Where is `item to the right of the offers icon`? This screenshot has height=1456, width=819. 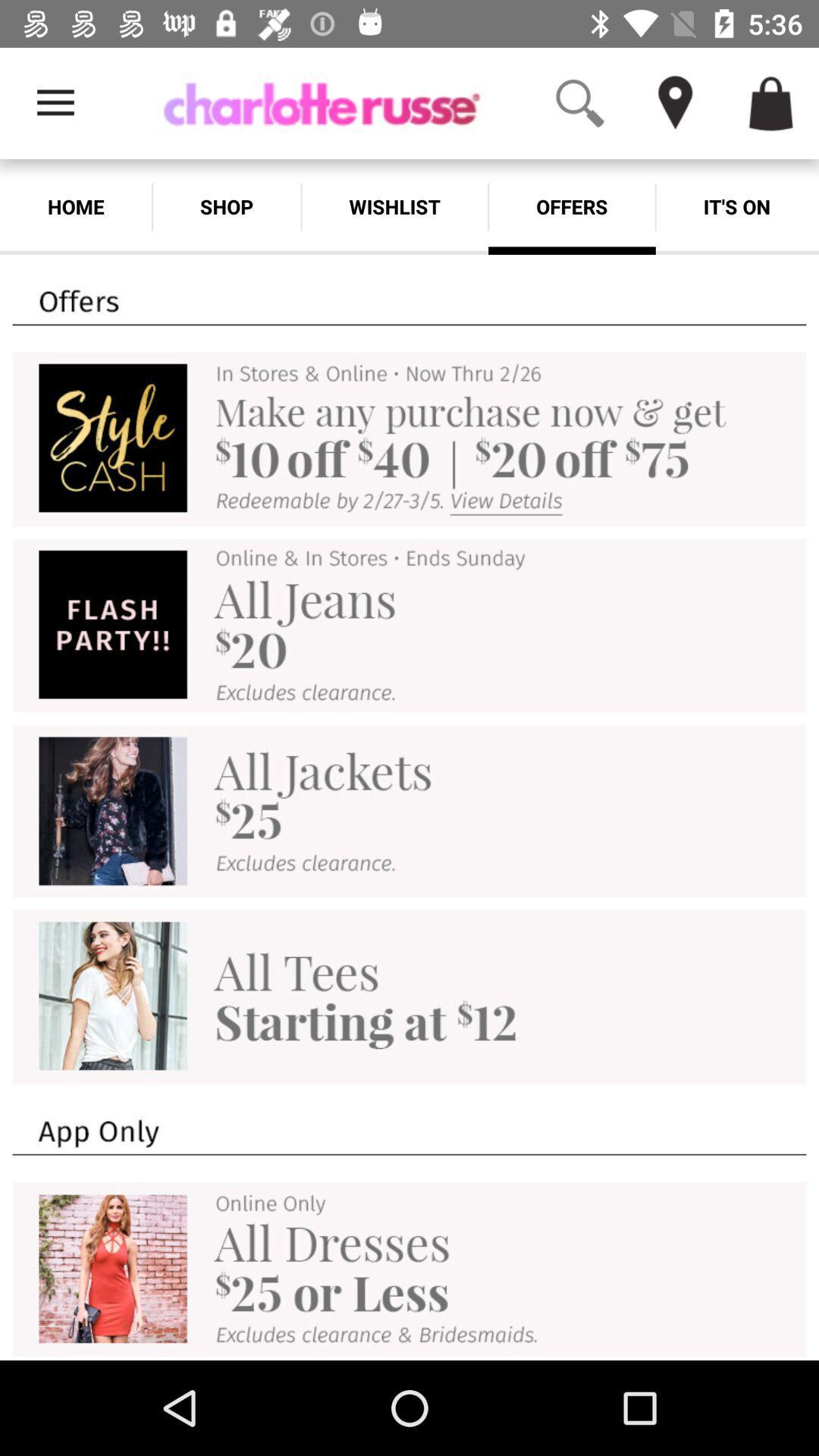 item to the right of the offers icon is located at coordinates (736, 206).